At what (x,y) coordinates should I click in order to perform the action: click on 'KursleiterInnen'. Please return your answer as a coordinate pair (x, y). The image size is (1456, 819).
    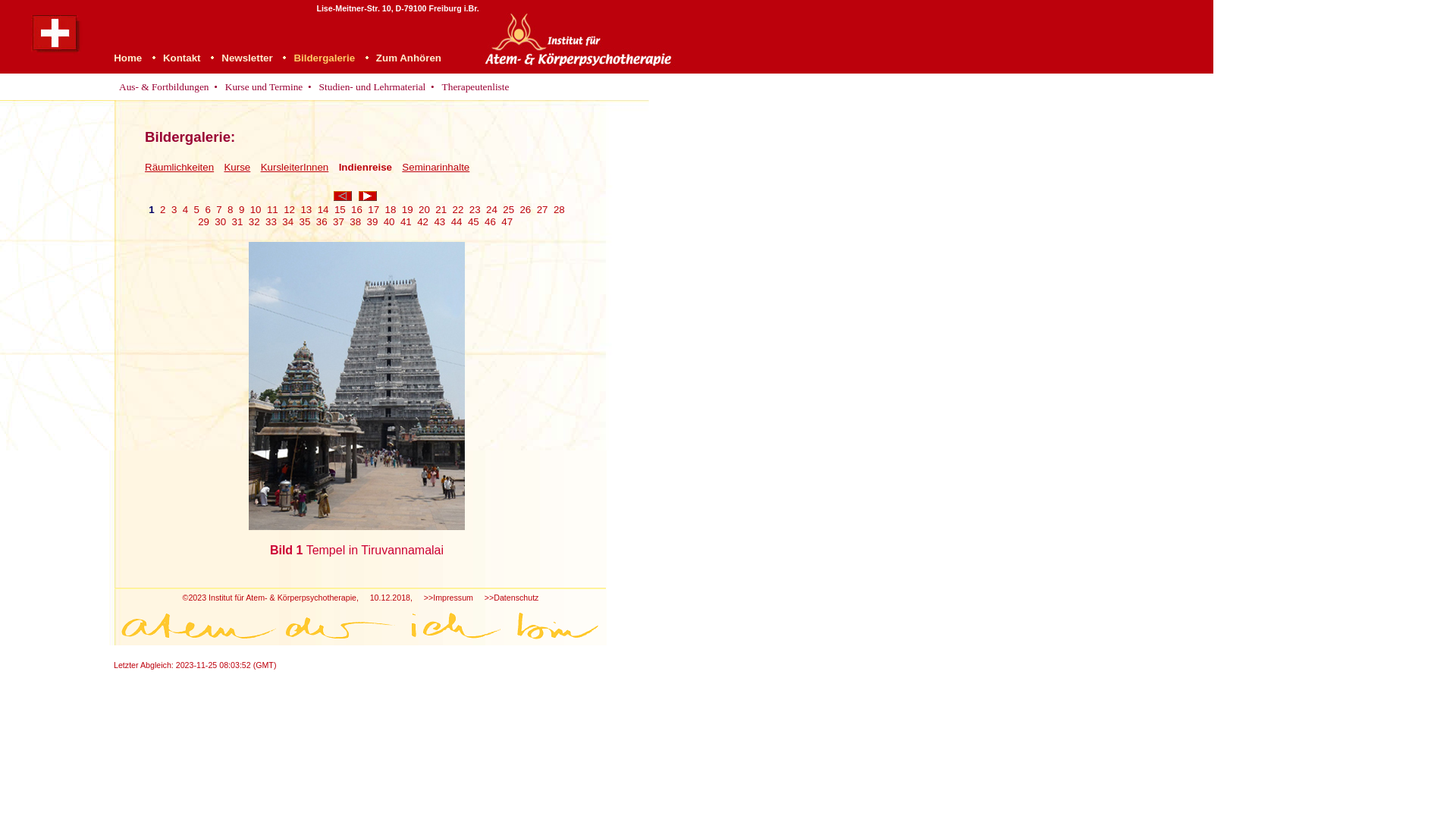
    Looking at the image, I should click on (294, 167).